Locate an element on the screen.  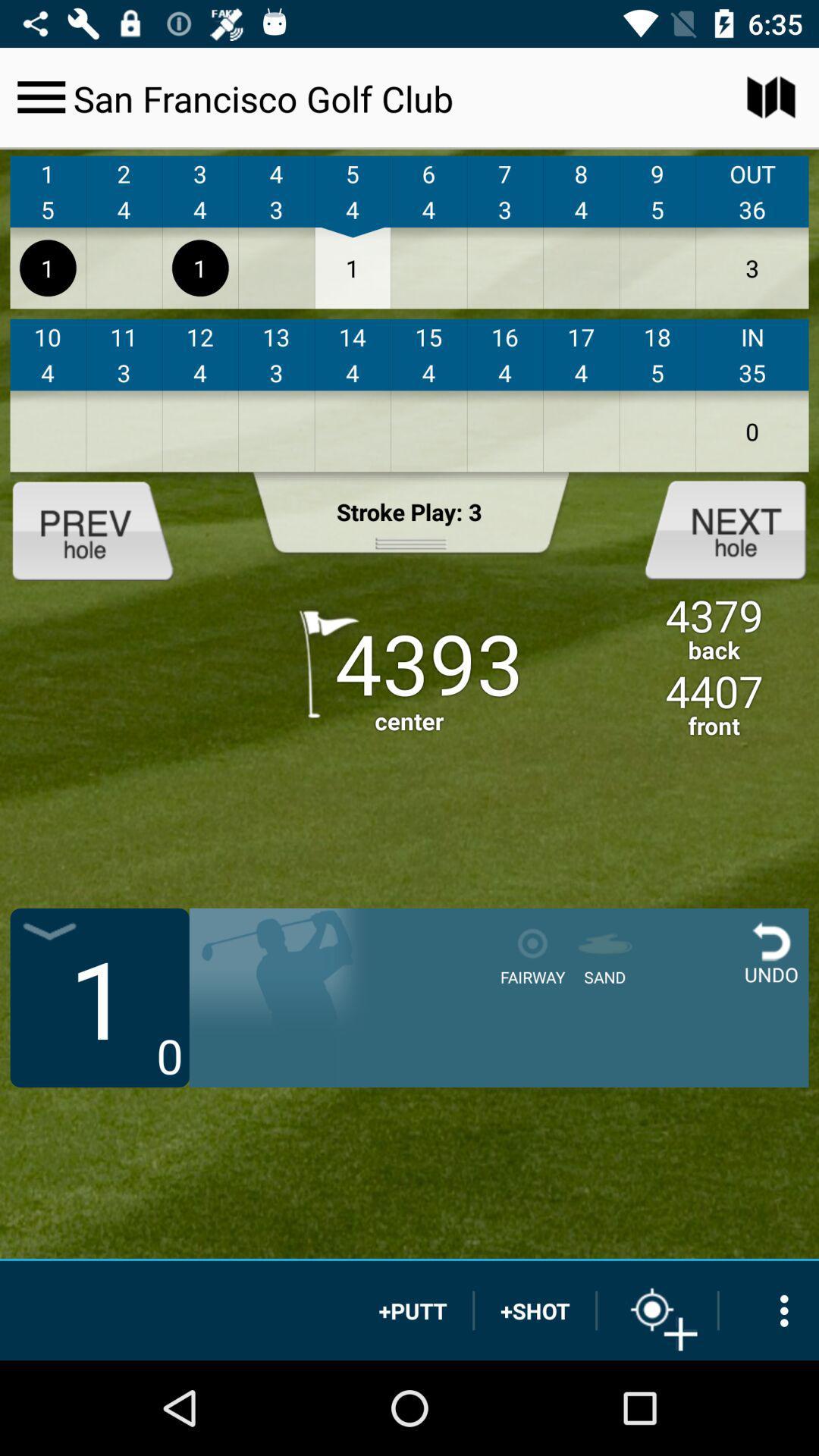
options is located at coordinates (769, 1310).